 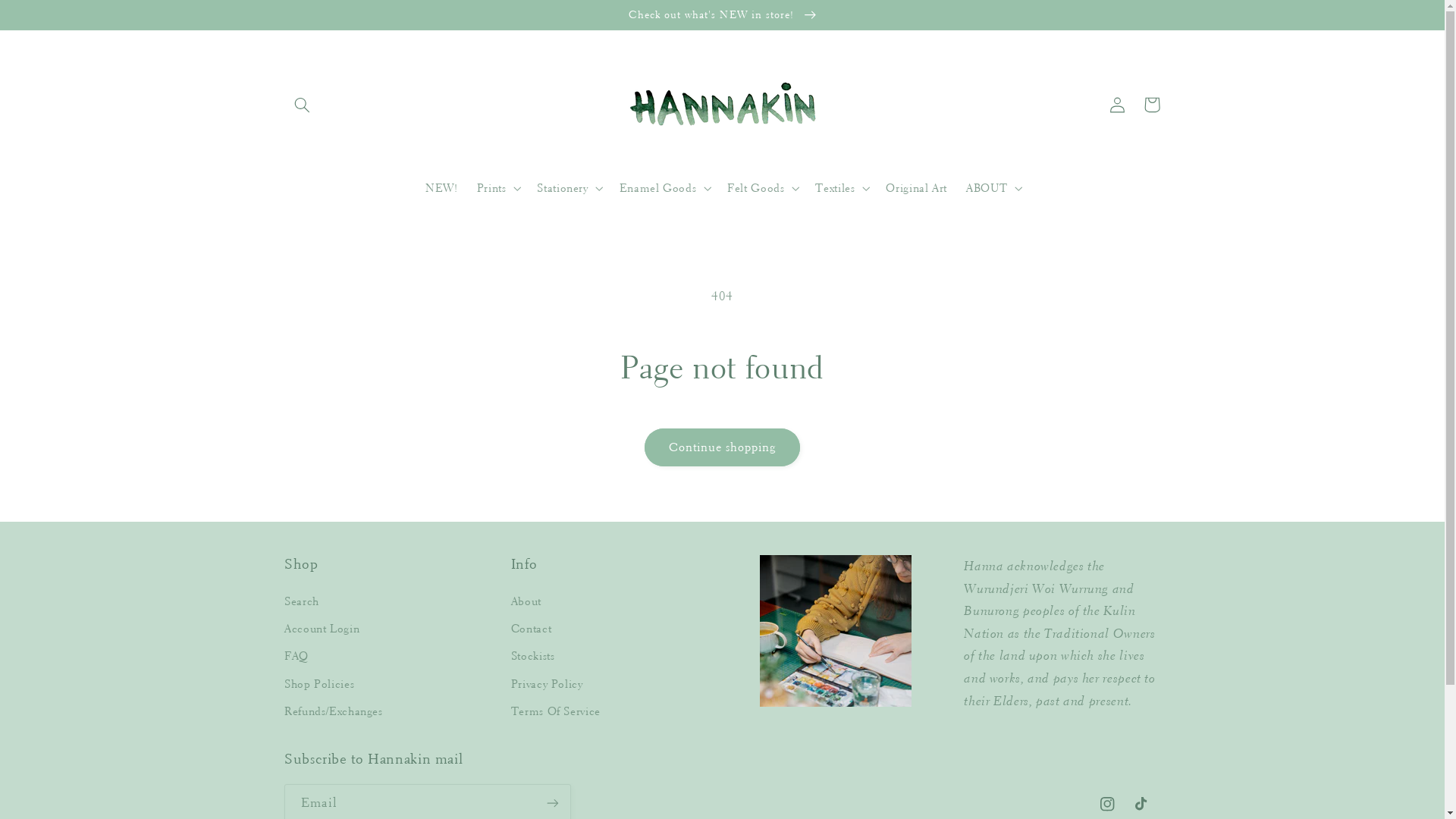 I want to click on 'Terms Of Service', so click(x=510, y=711).